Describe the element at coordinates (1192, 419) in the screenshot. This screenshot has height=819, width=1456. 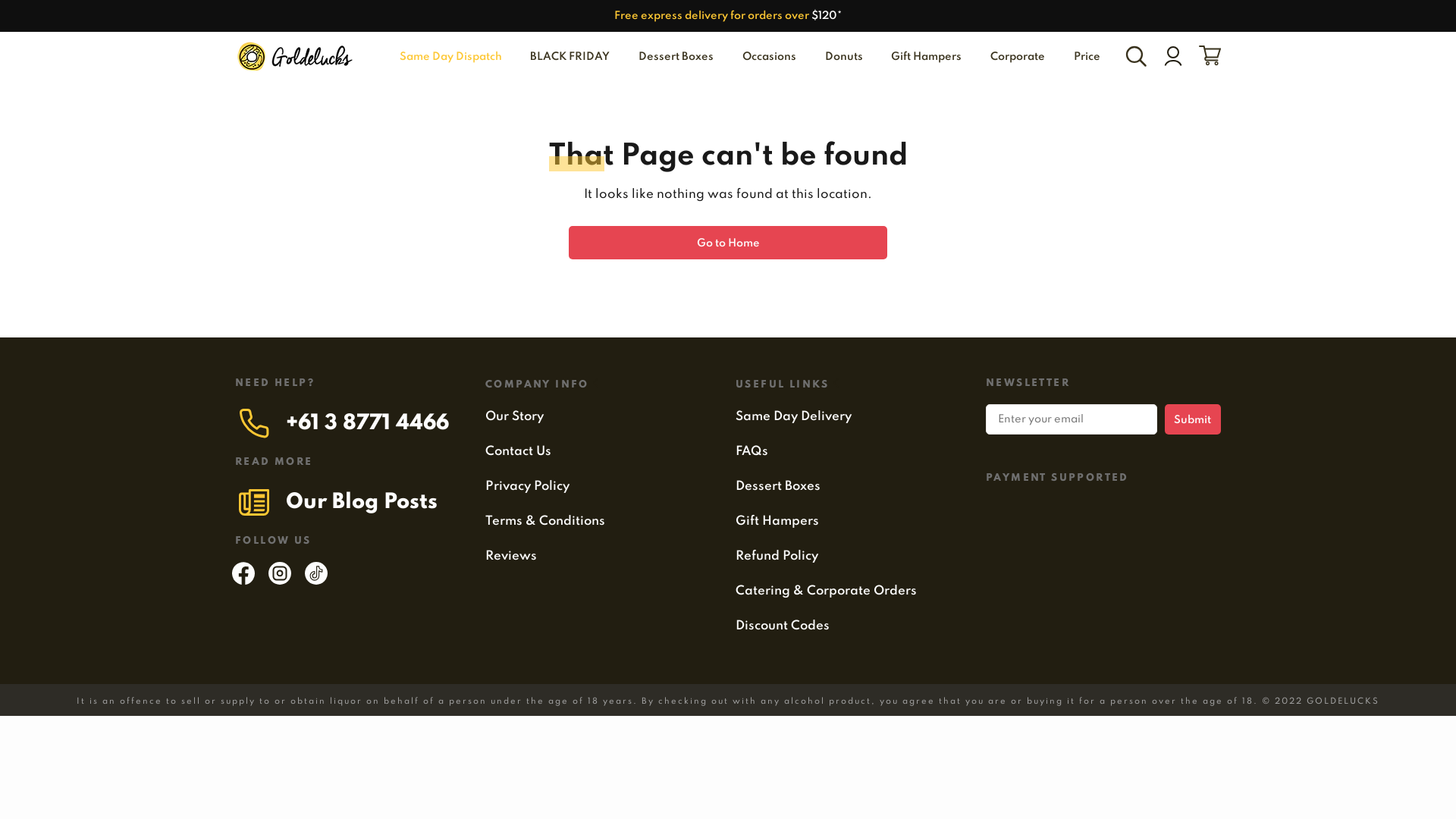
I see `'Submit'` at that location.